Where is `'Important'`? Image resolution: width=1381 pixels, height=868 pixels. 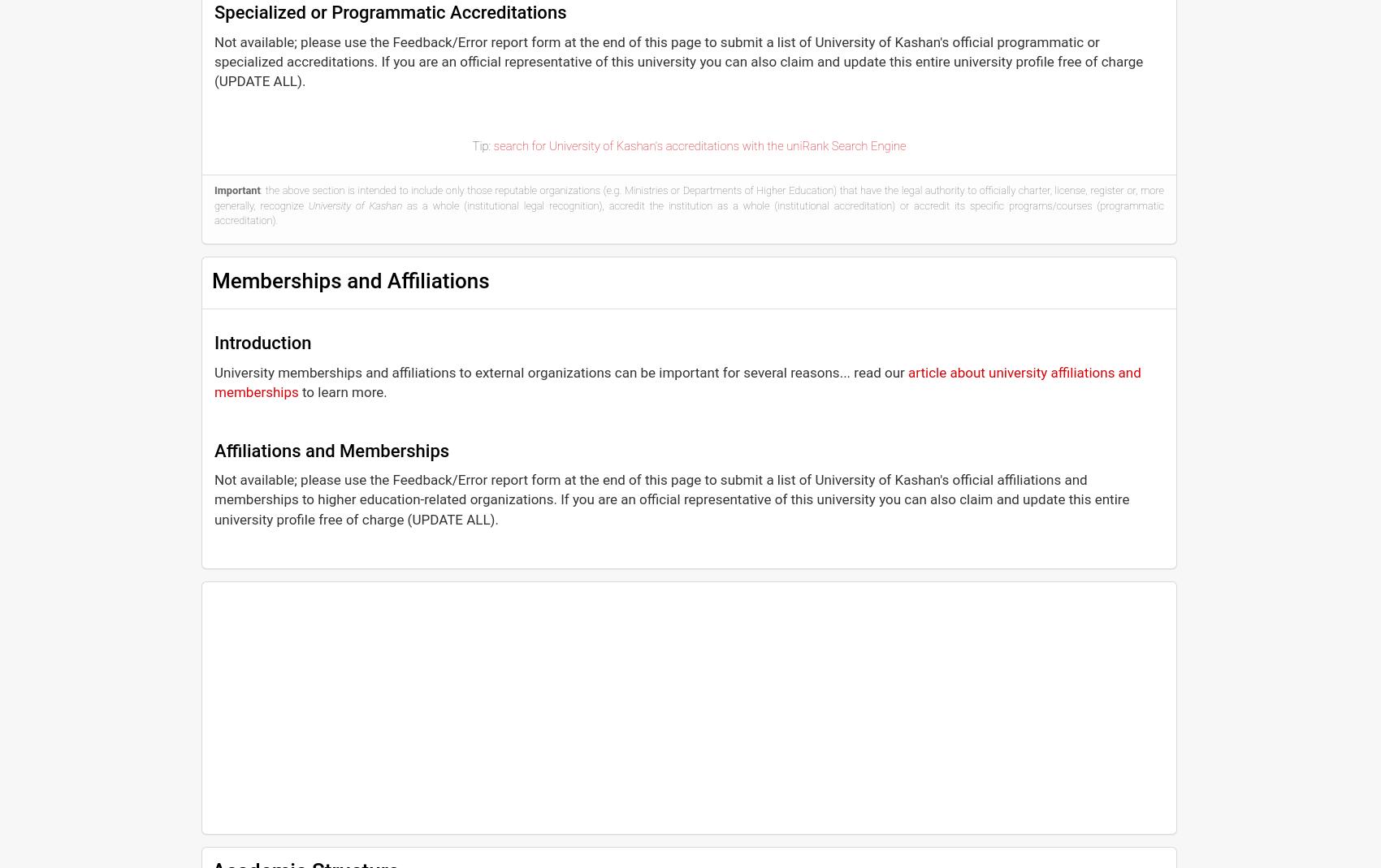 'Important' is located at coordinates (237, 189).